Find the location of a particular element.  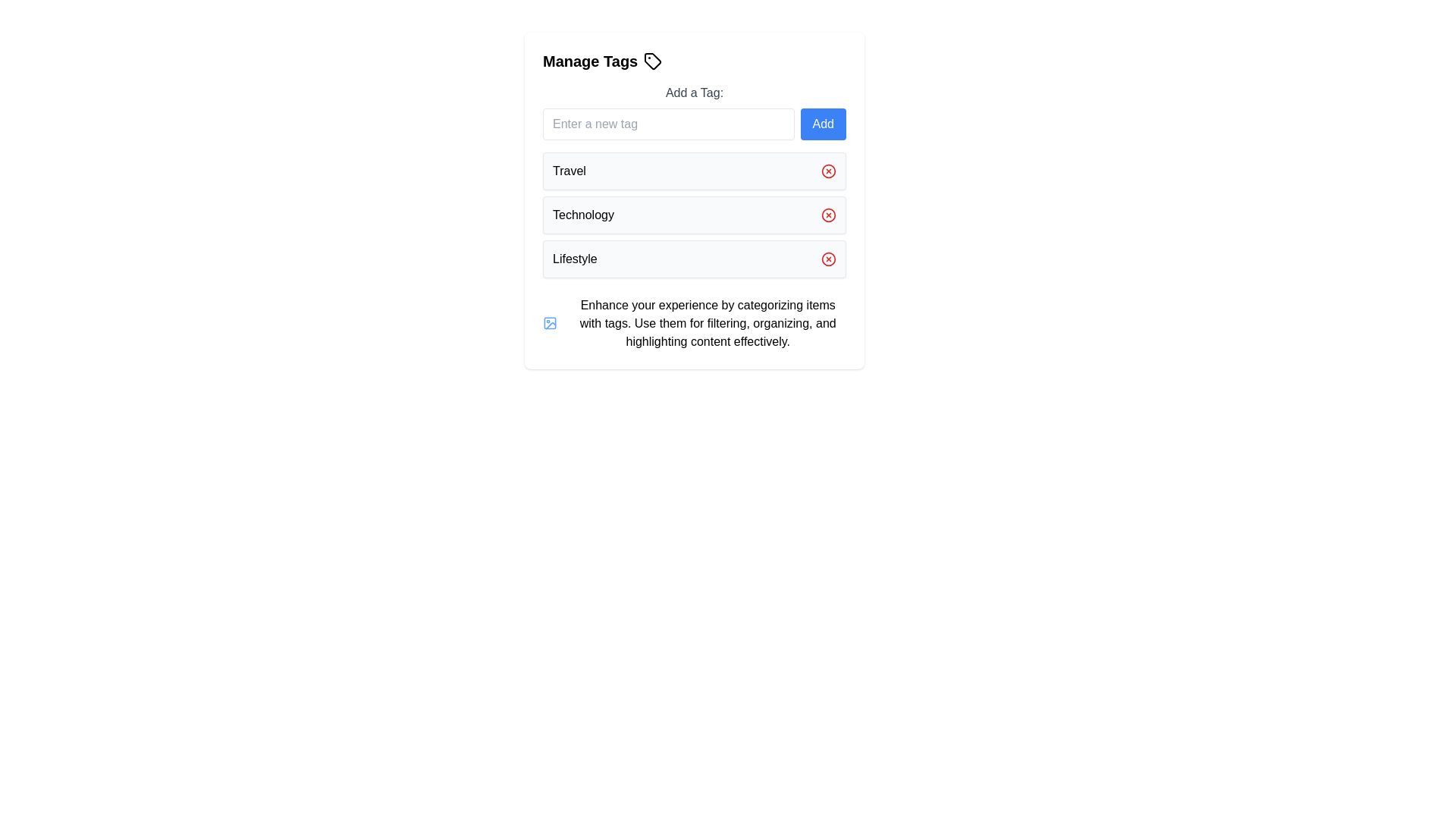

the 'Technology' text label in the 'Manage Tags' interface, which is the second item in a vertical list, to access adjacent actionable components is located at coordinates (582, 215).